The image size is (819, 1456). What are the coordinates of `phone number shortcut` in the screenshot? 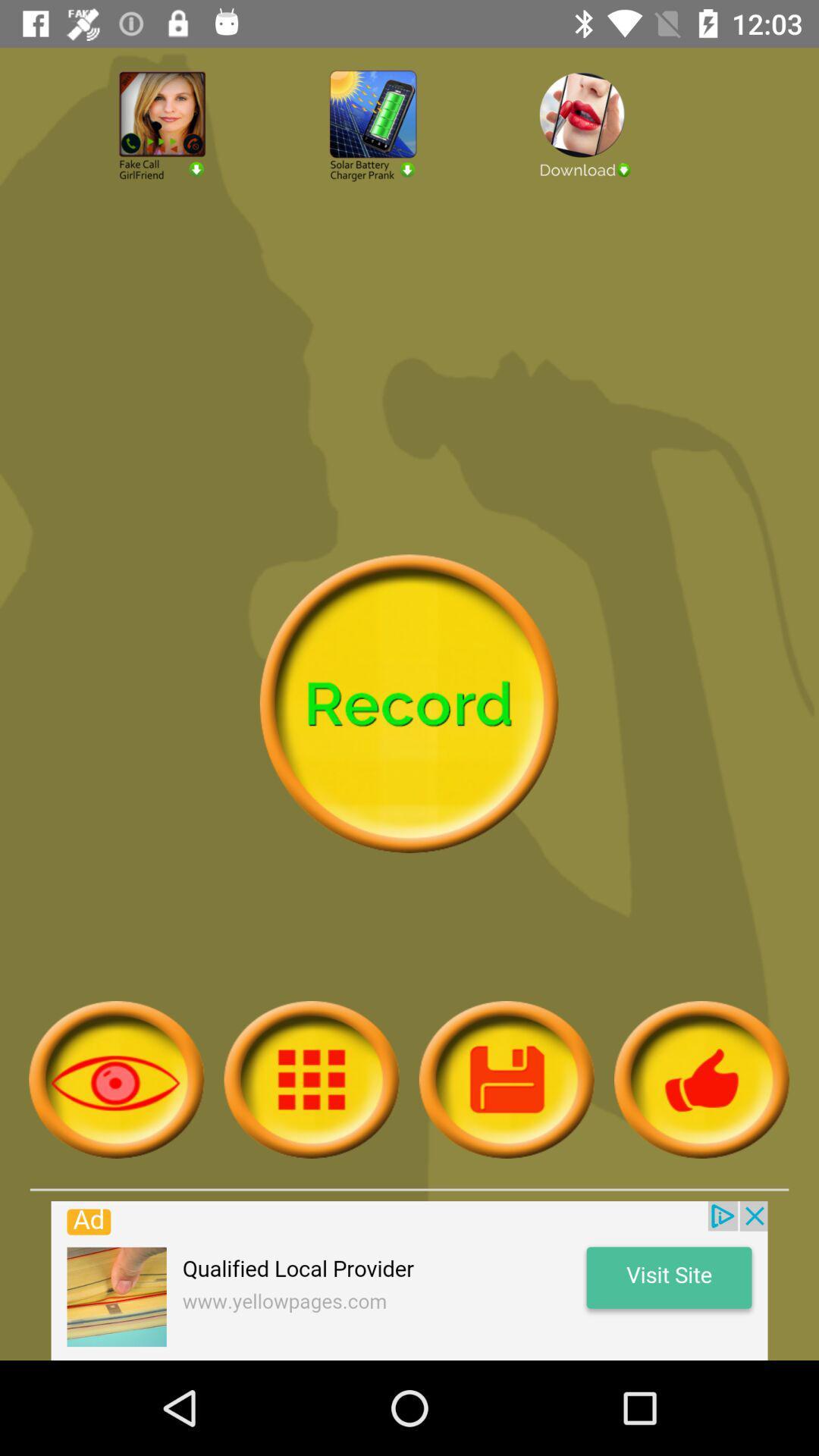 It's located at (198, 166).